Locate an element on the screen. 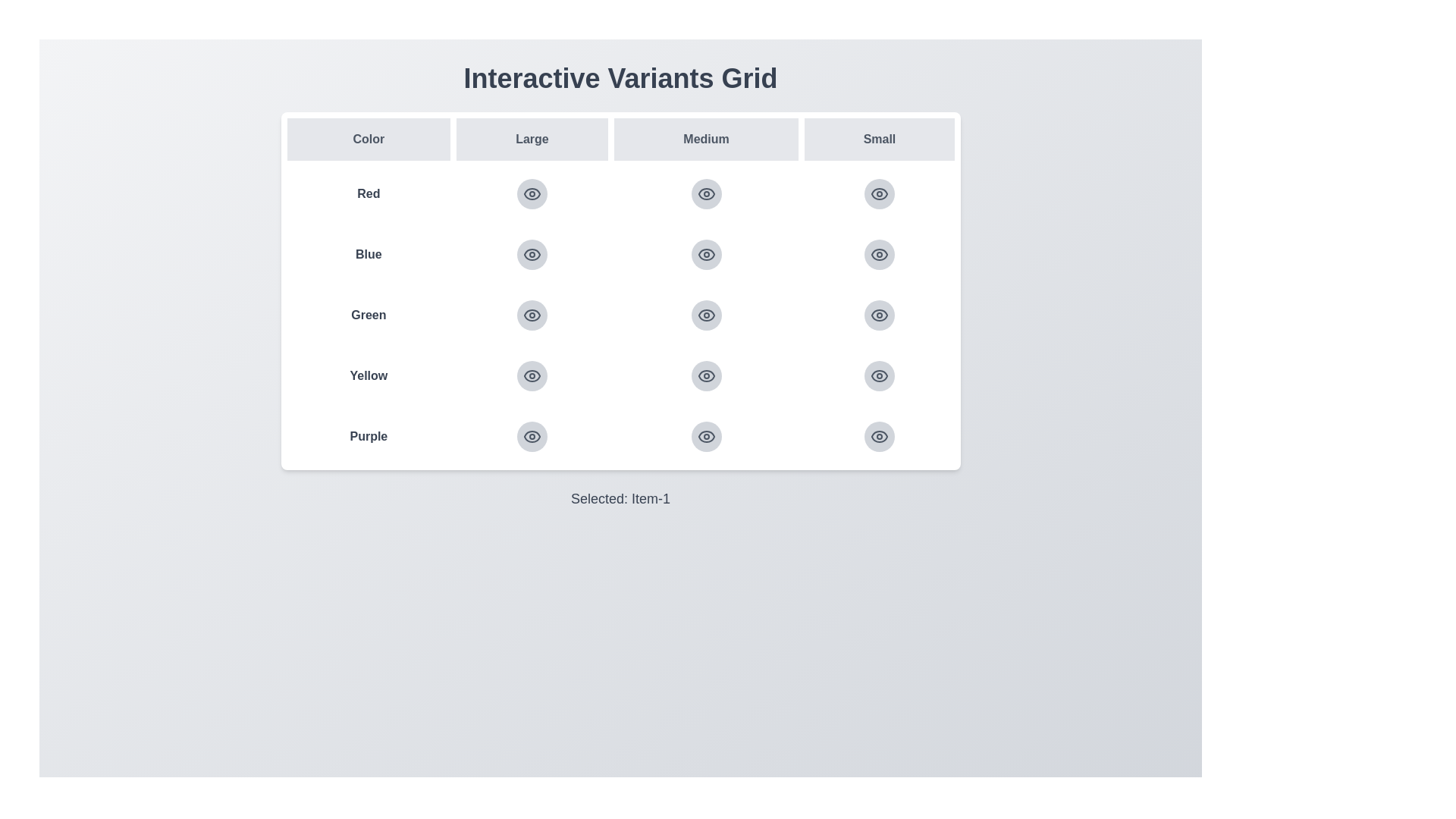  the icon-button located in the bottom-right corner cell of the grid is located at coordinates (880, 253).